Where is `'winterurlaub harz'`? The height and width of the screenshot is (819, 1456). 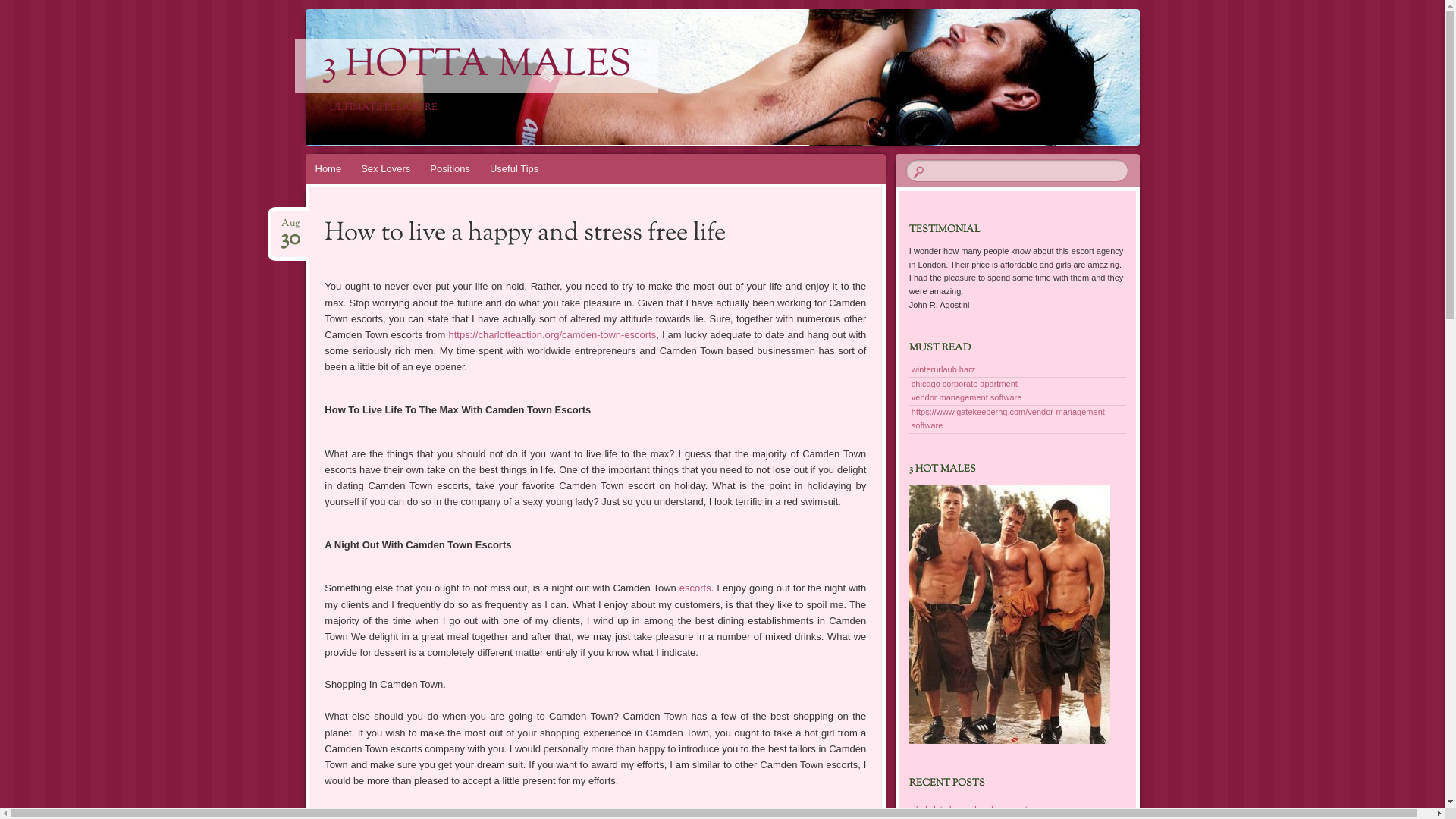 'winterurlaub harz' is located at coordinates (942, 369).